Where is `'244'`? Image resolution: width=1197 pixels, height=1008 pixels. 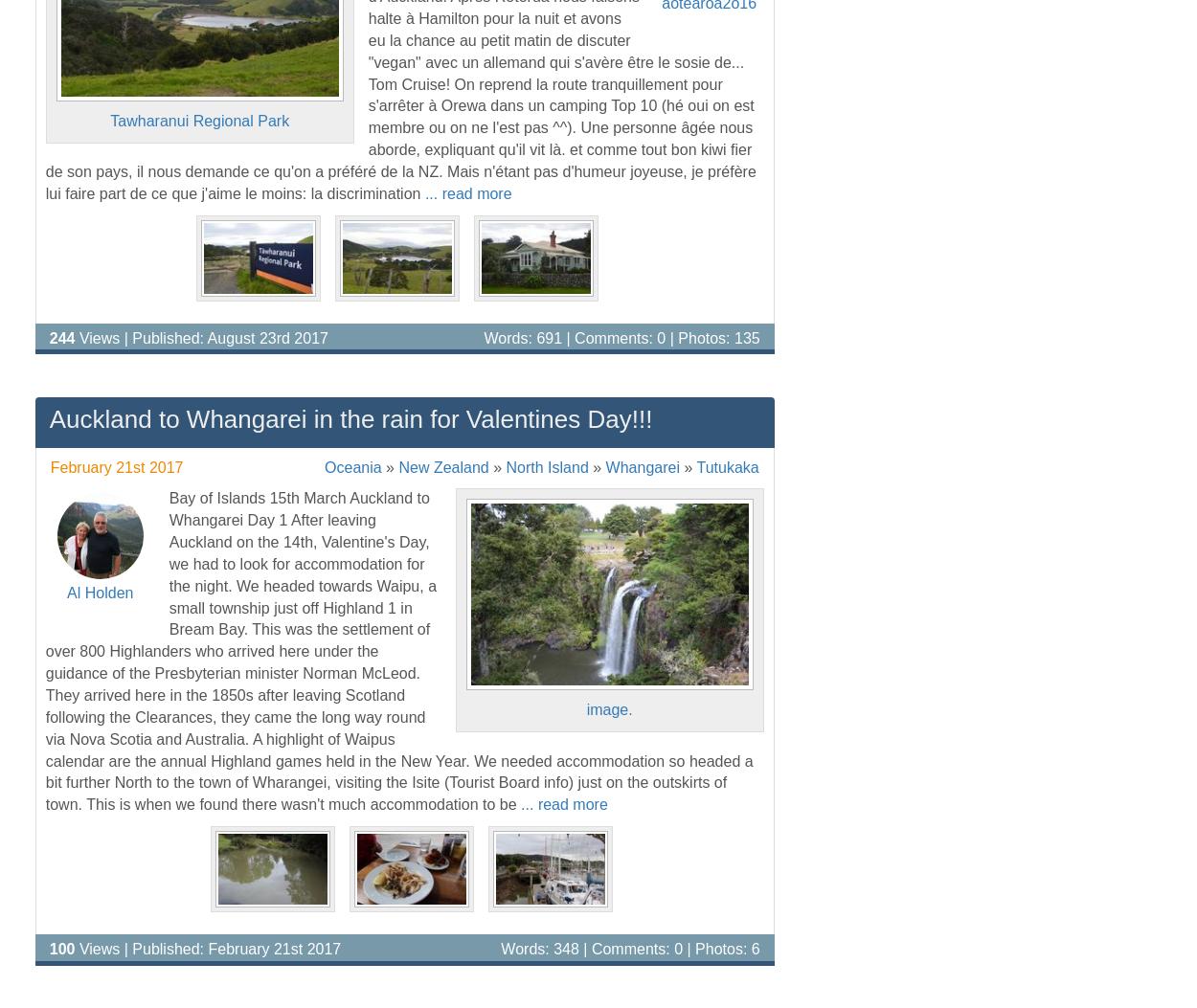 '244' is located at coordinates (49, 336).